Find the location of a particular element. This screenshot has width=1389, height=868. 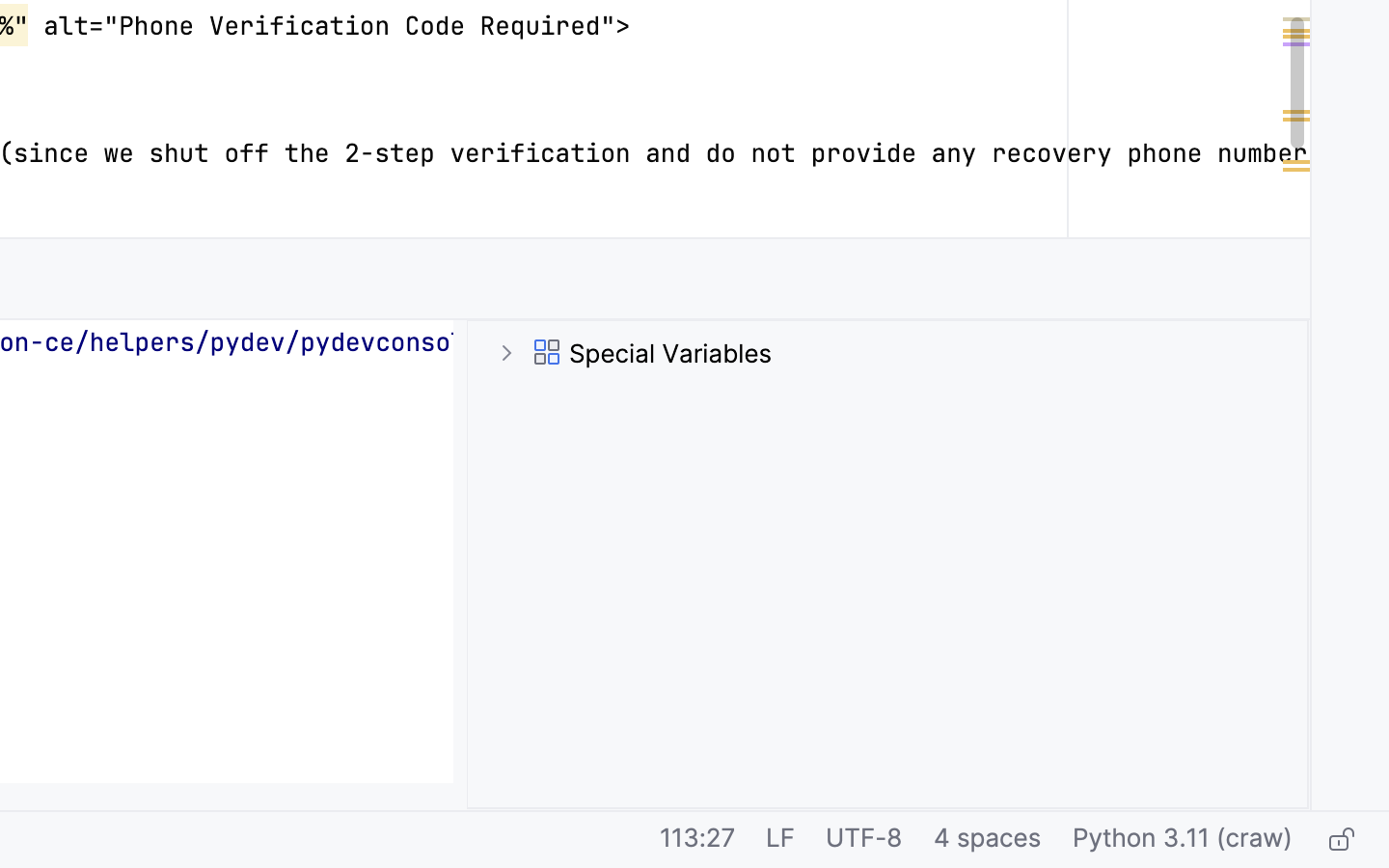

'UTF-8' is located at coordinates (862, 840).